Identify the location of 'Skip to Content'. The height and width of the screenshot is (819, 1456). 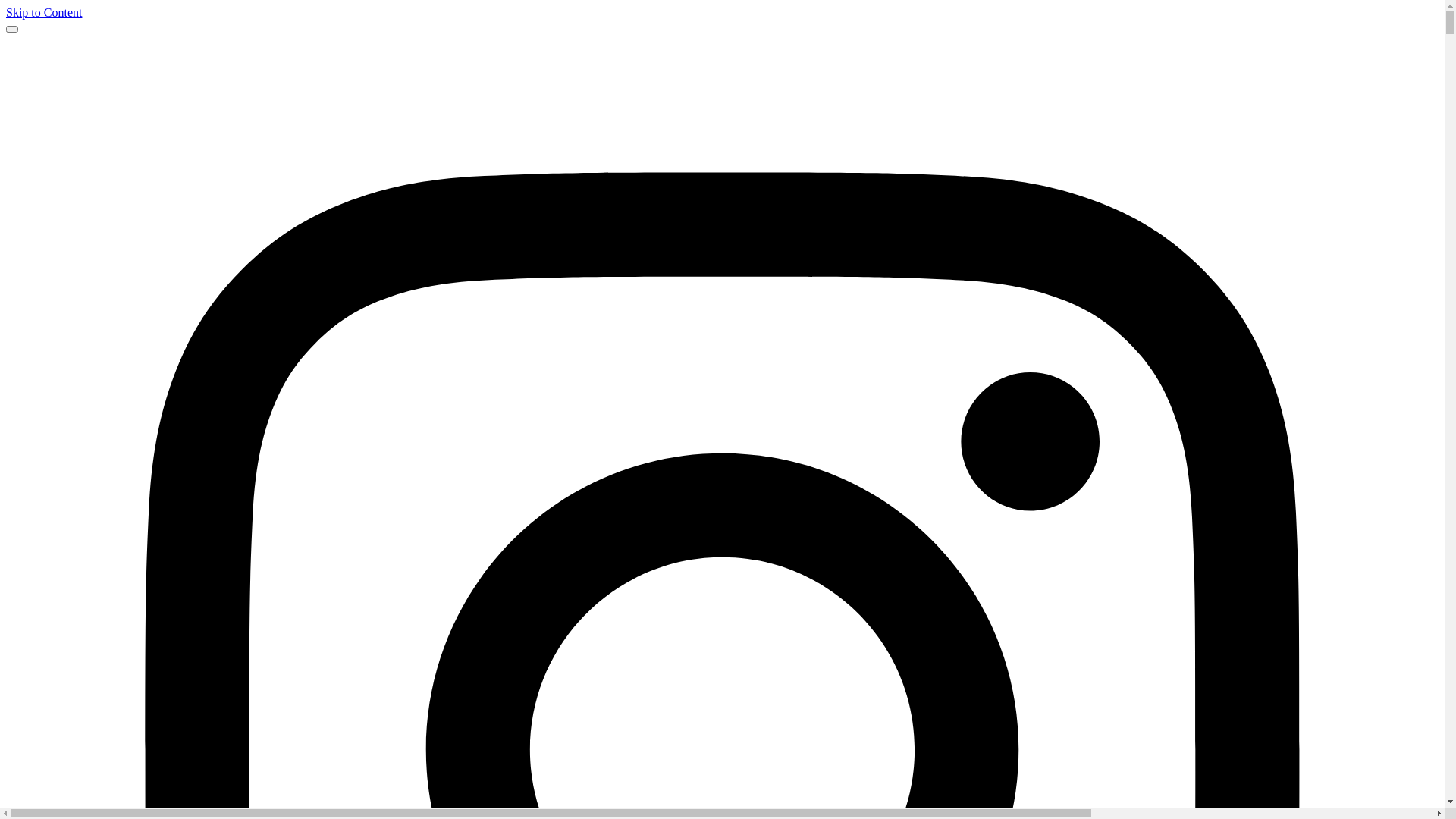
(43, 12).